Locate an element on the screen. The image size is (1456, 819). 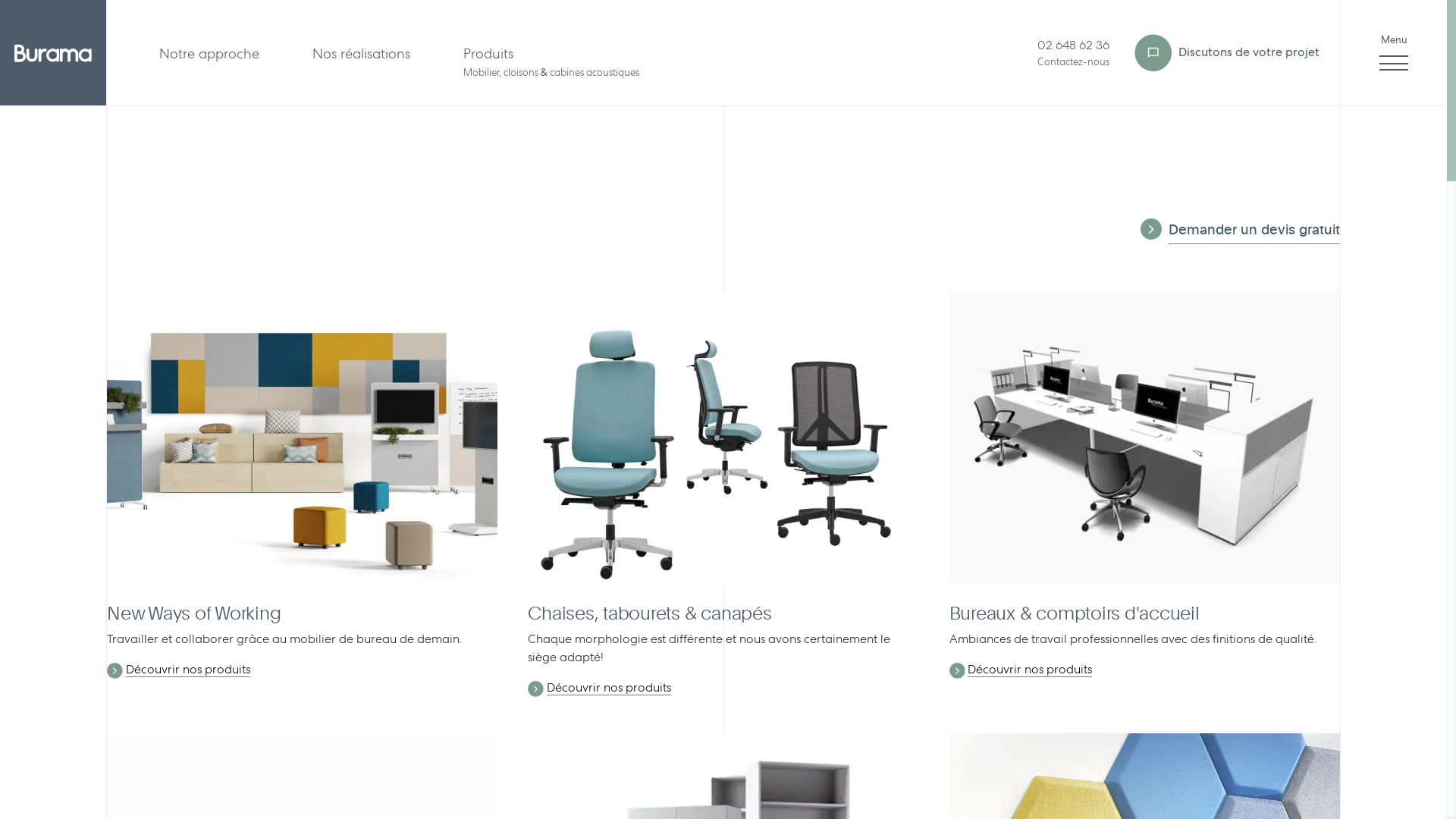
'02 648 62 36' is located at coordinates (1072, 44).